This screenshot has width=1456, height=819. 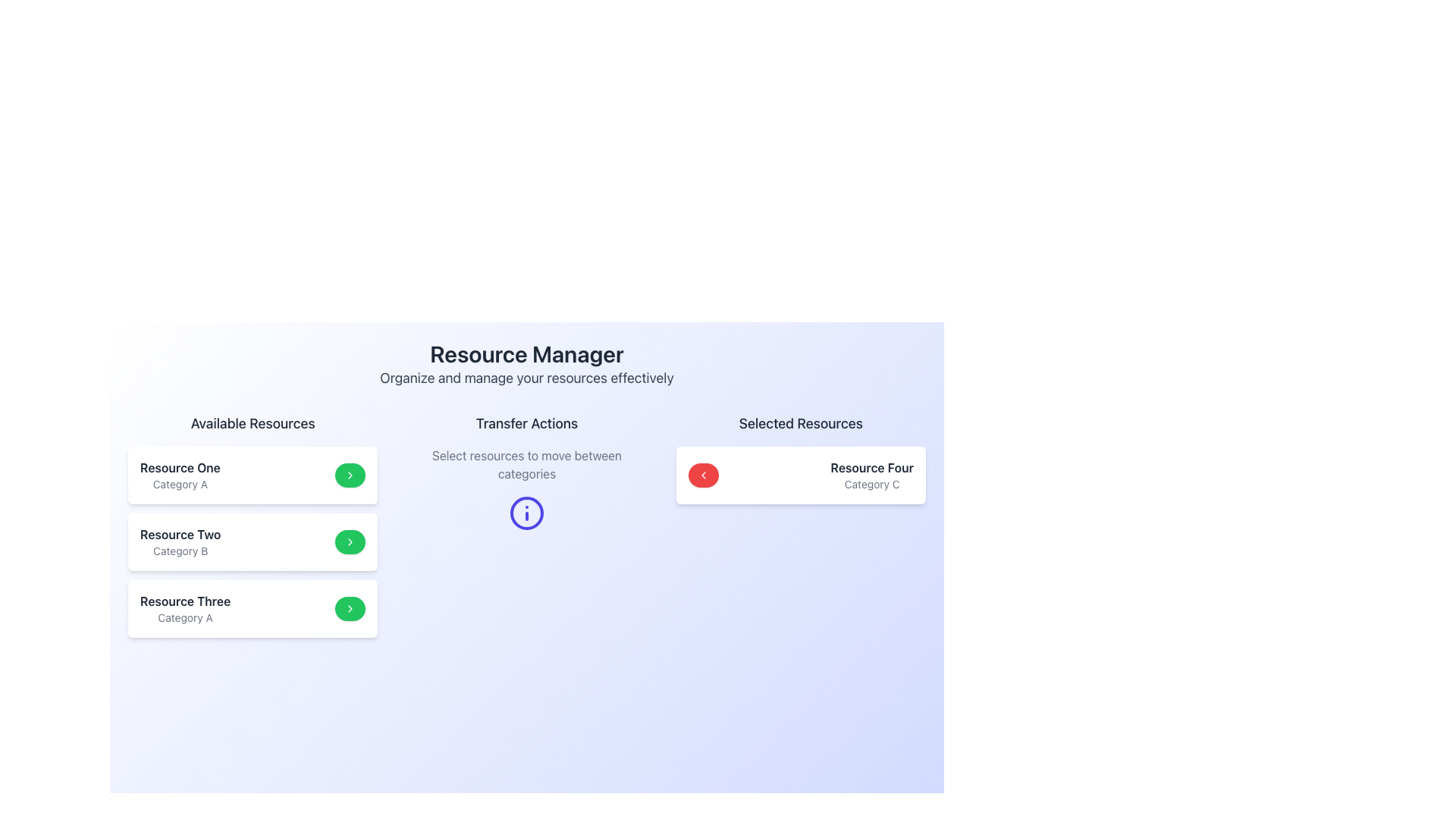 What do you see at coordinates (872, 467) in the screenshot?
I see `the Text label that serves as a title for the 'Selected Resources' section, positioned above 'Category C'` at bounding box center [872, 467].